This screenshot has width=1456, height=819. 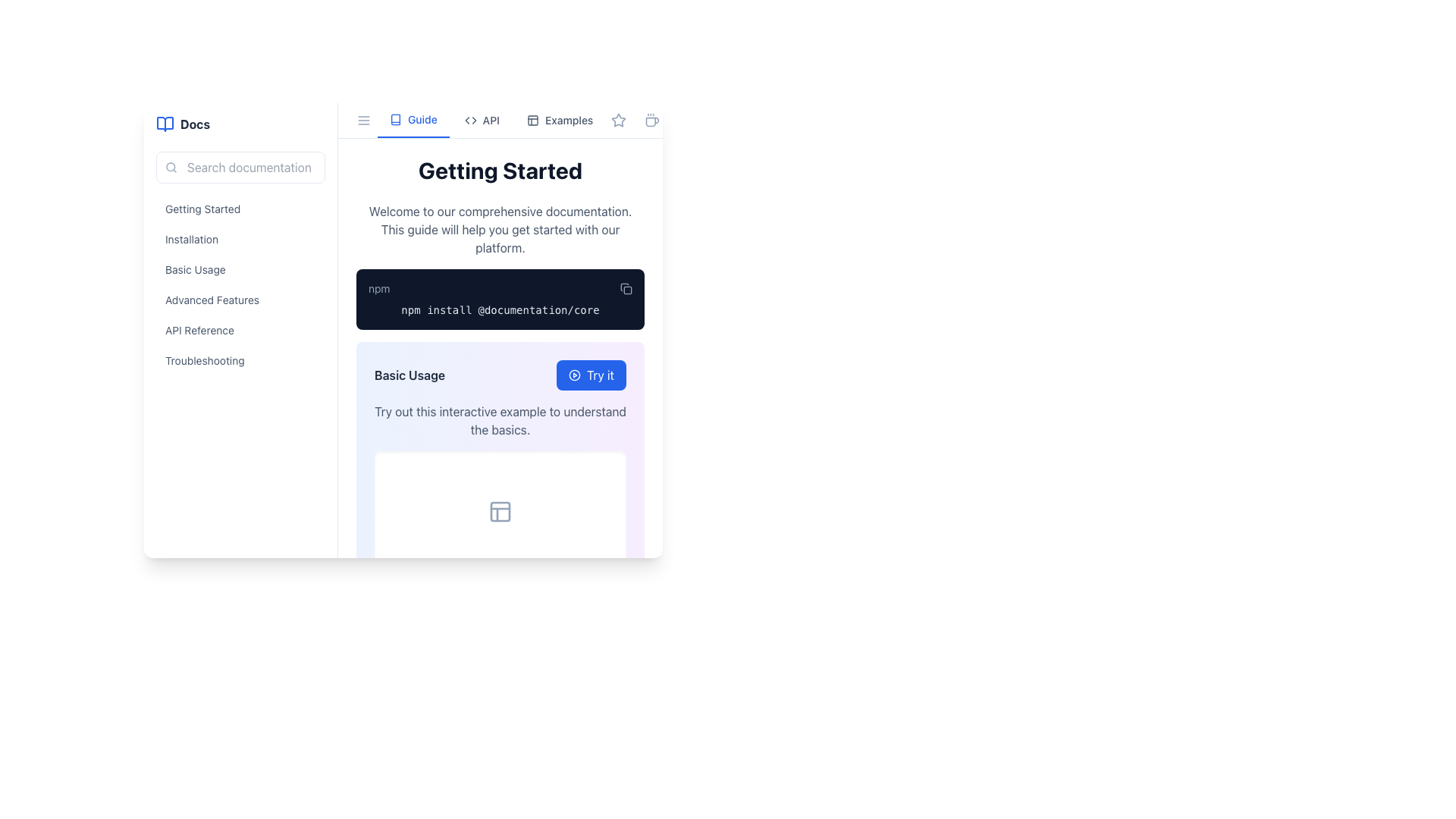 What do you see at coordinates (240, 209) in the screenshot?
I see `the 'Getting Started' link located at the top of the vertical list in the left sidebar` at bounding box center [240, 209].